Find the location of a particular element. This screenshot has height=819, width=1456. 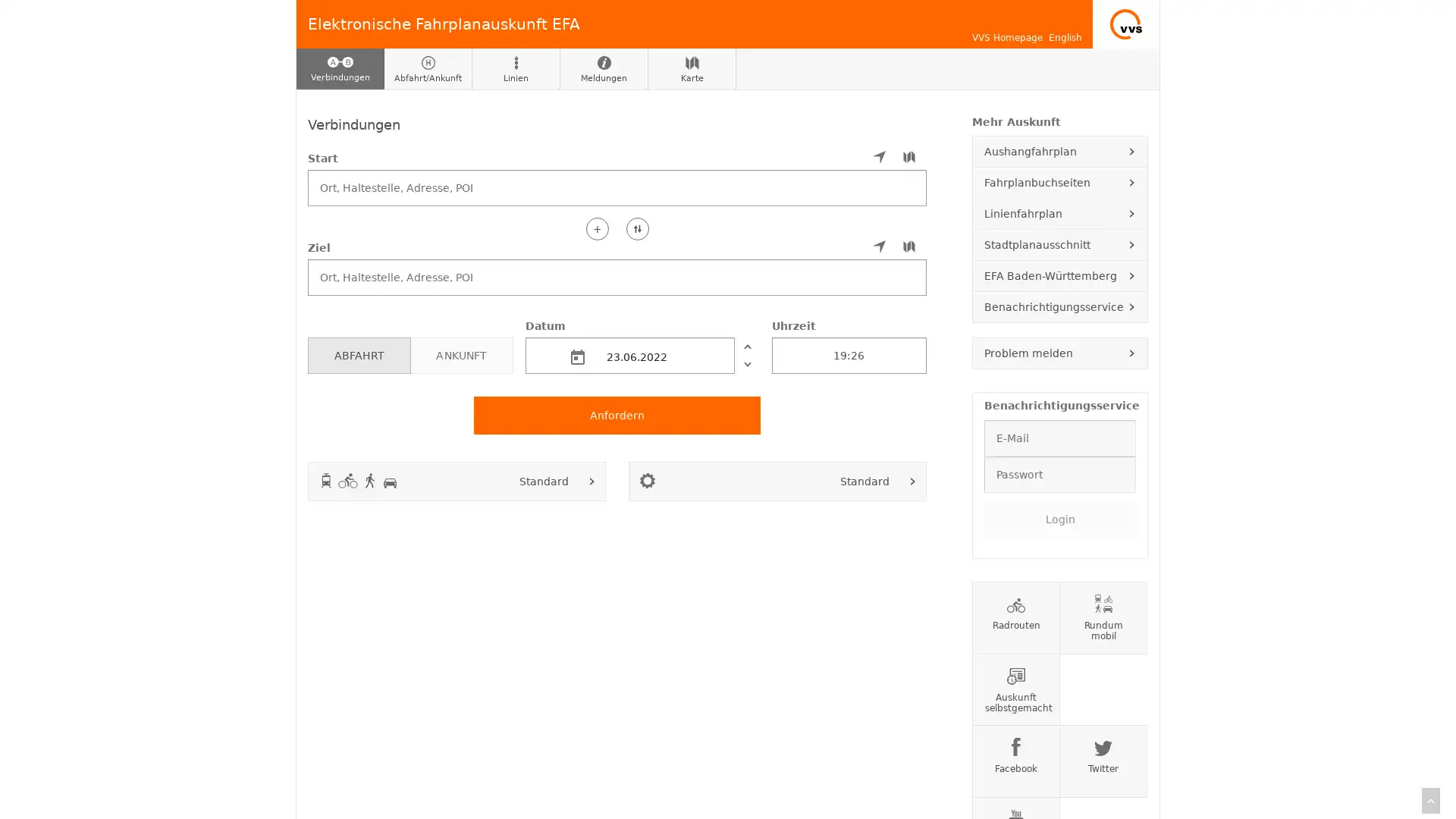

Verkehrsmittel auswahlen is located at coordinates (591, 480).